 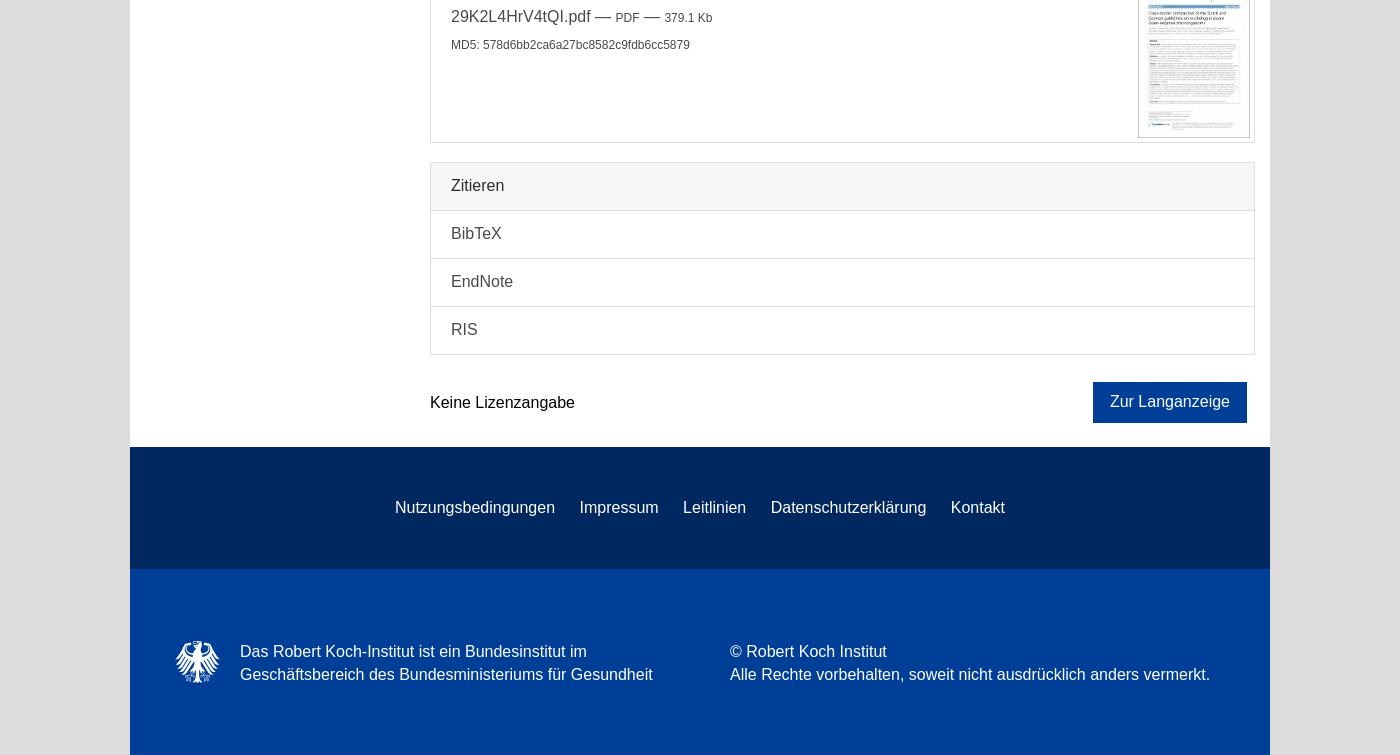 What do you see at coordinates (847, 505) in the screenshot?
I see `'Datenschutzerklärung'` at bounding box center [847, 505].